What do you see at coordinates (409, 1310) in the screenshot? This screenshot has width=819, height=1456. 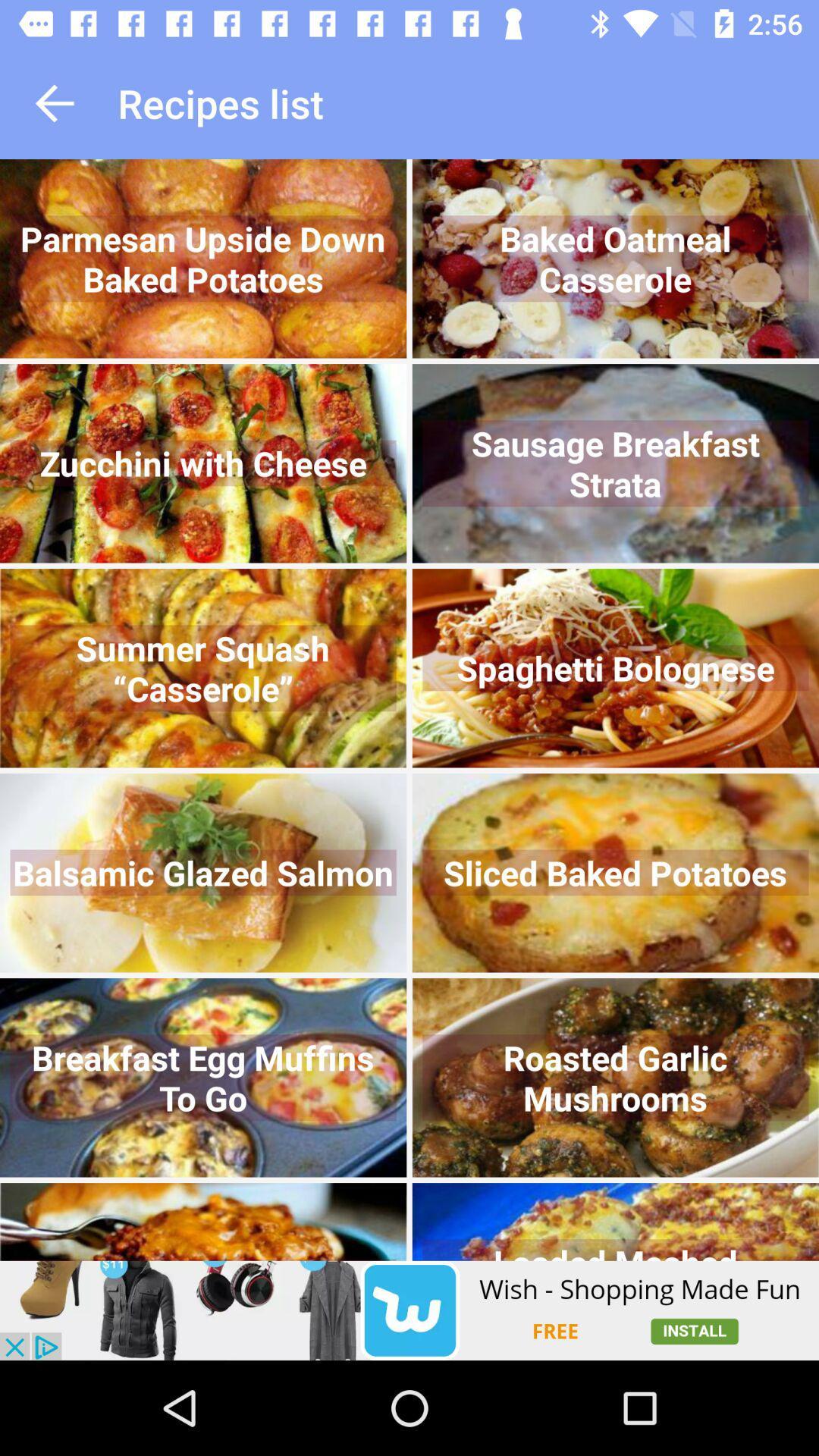 I see `open advertisement` at bounding box center [409, 1310].